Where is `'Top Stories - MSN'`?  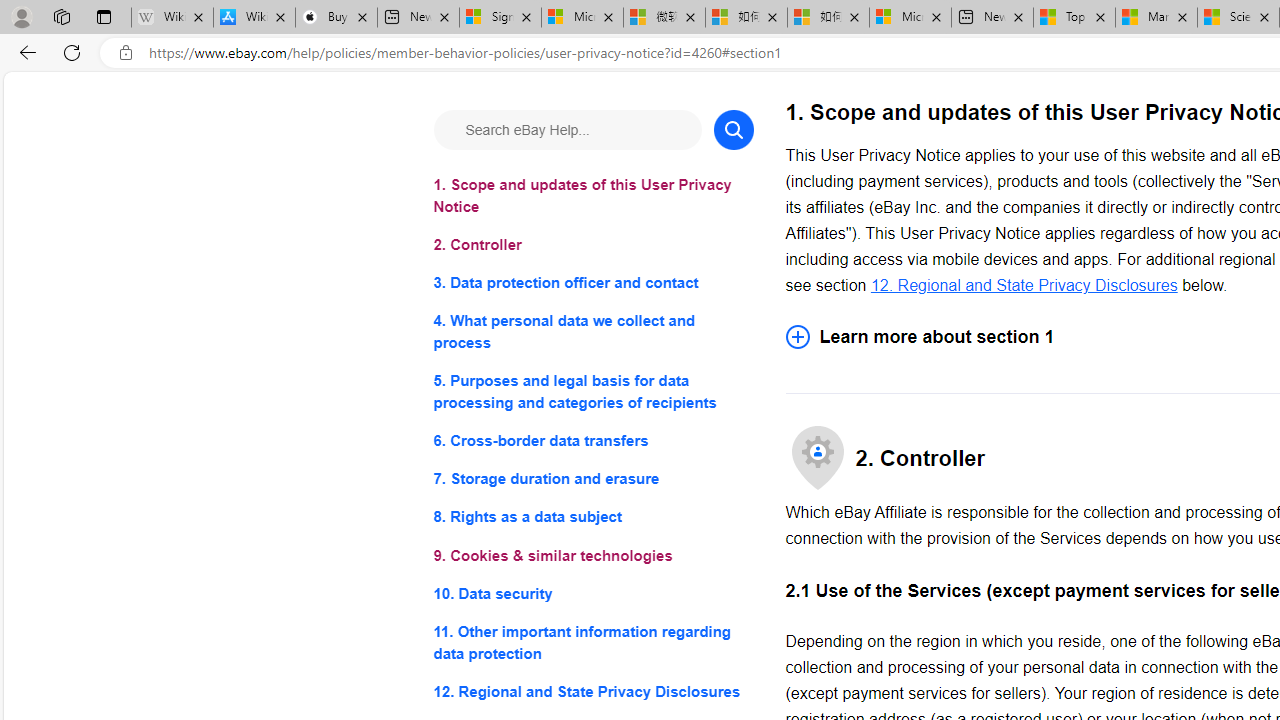
'Top Stories - MSN' is located at coordinates (1073, 17).